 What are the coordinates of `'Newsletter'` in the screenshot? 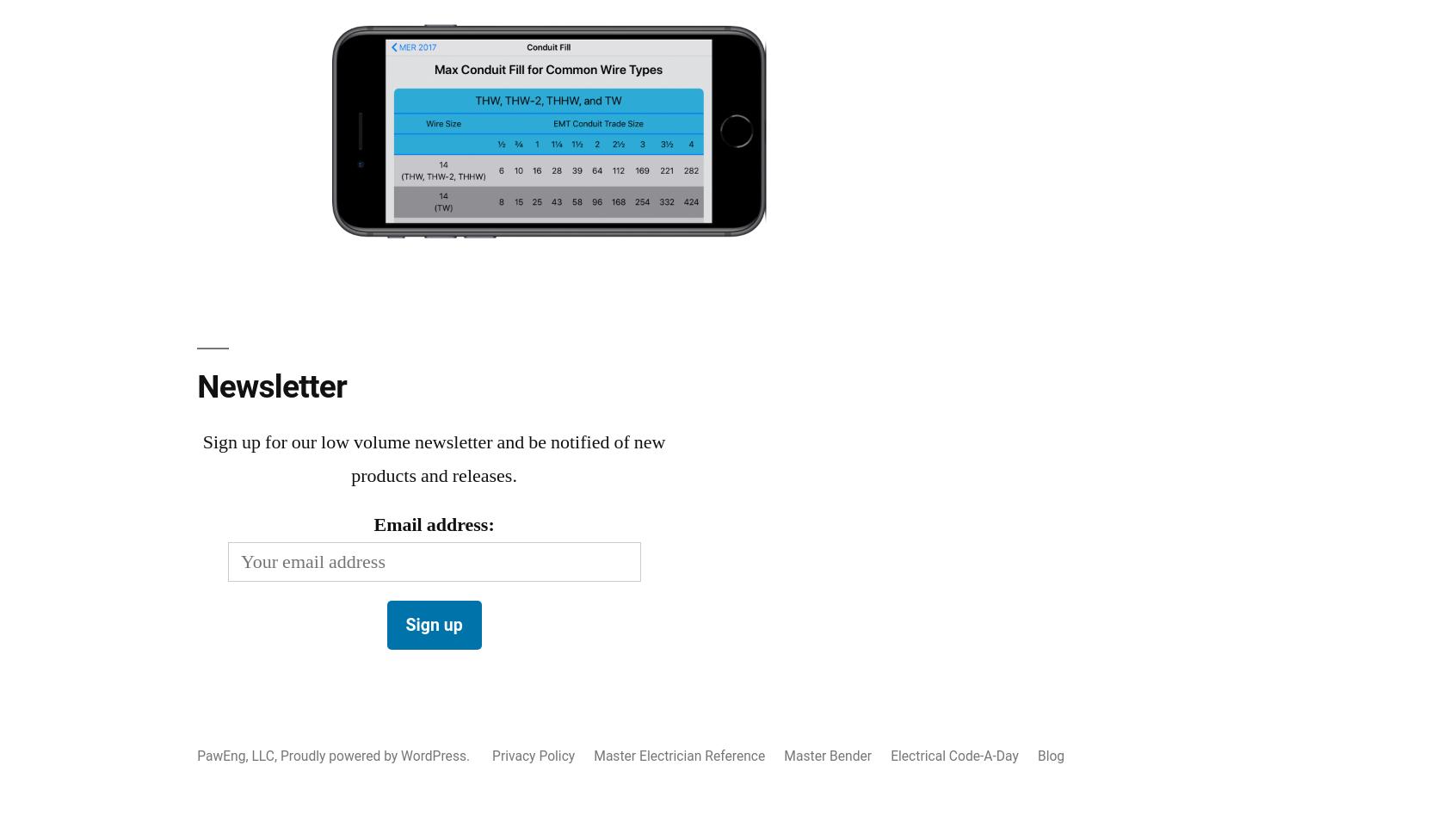 It's located at (271, 386).